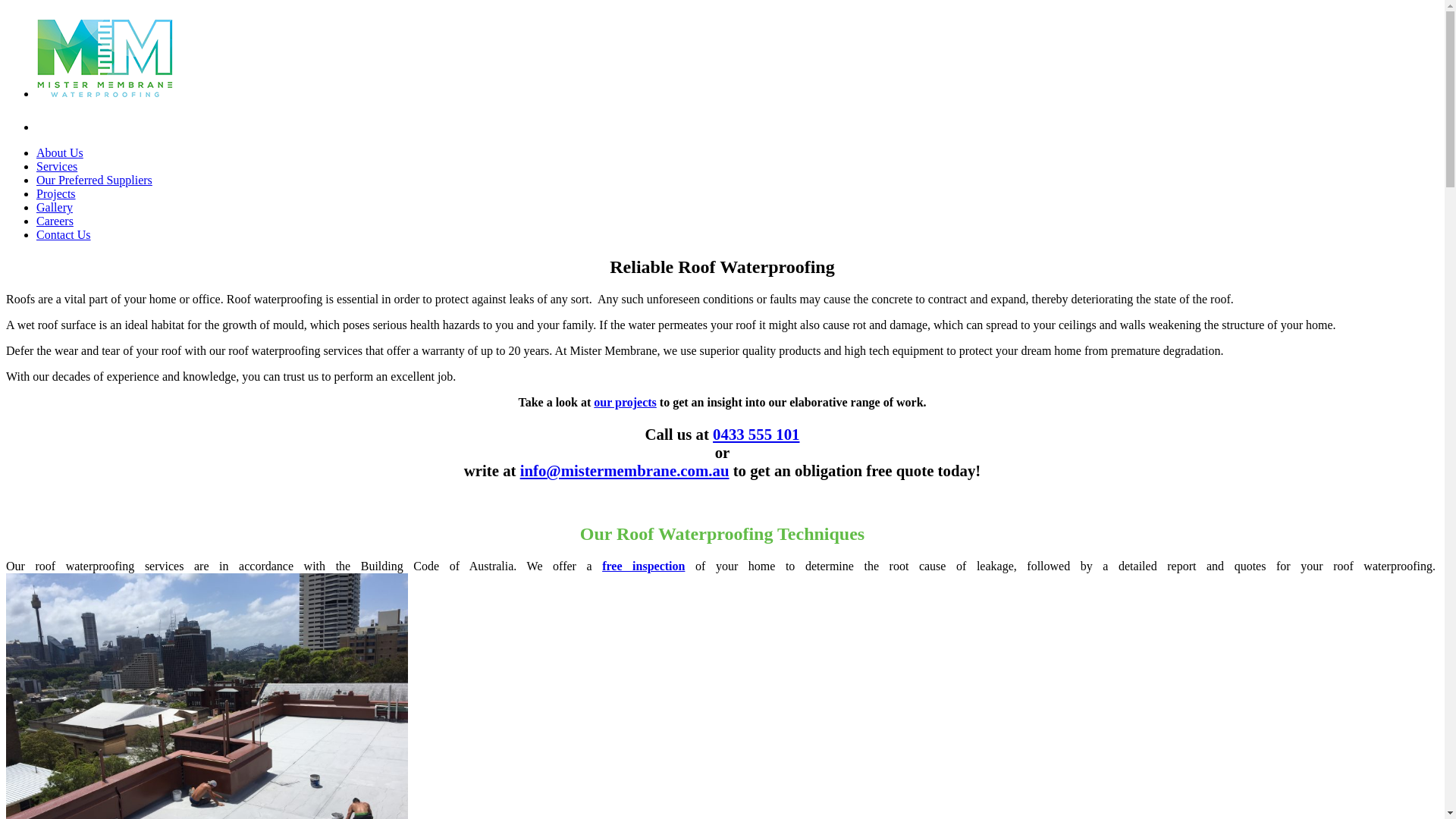 Image resolution: width=1456 pixels, height=819 pixels. What do you see at coordinates (756, 434) in the screenshot?
I see `'0433 555 101'` at bounding box center [756, 434].